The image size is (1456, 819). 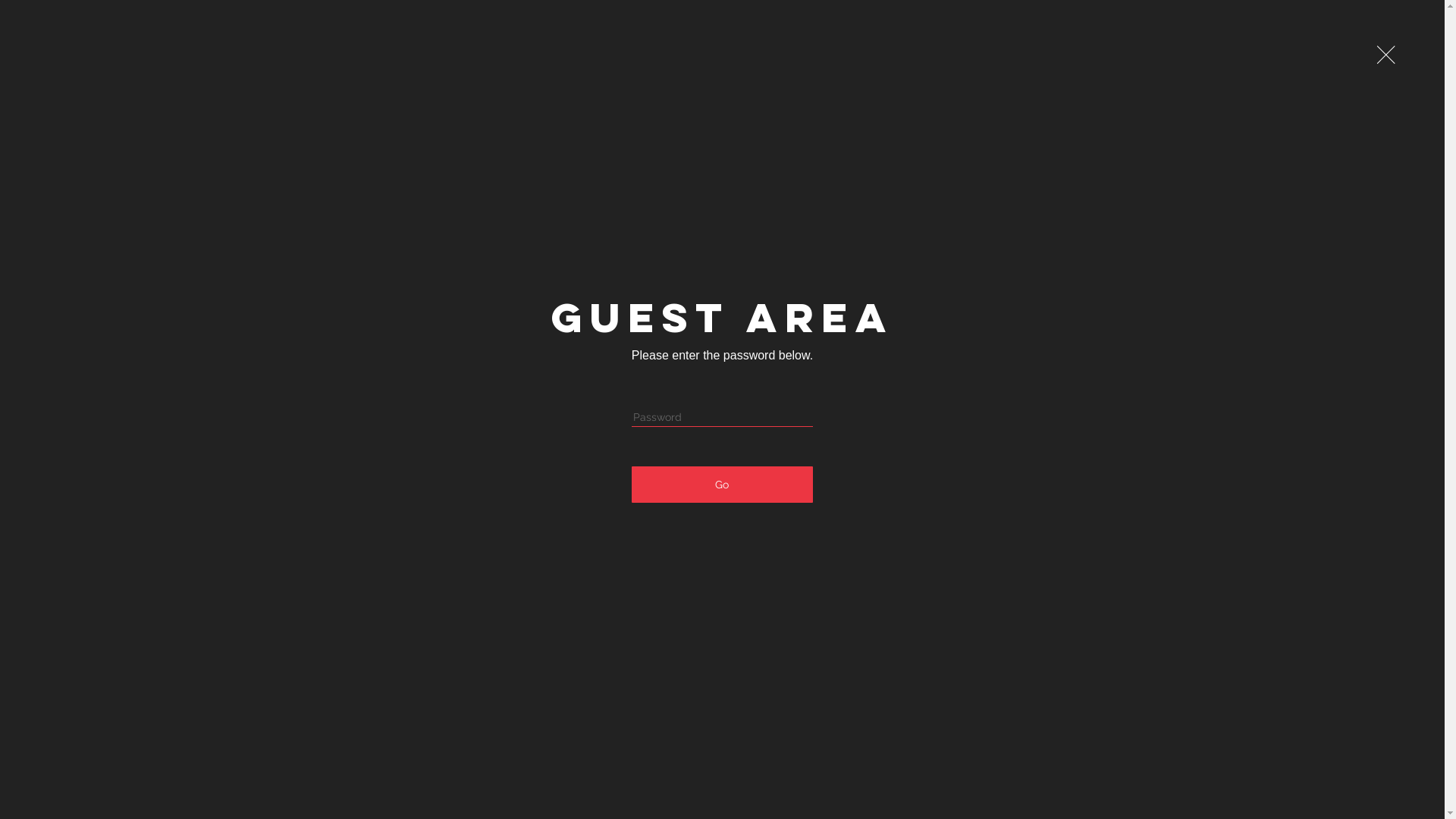 What do you see at coordinates (721, 485) in the screenshot?
I see `'Go'` at bounding box center [721, 485].